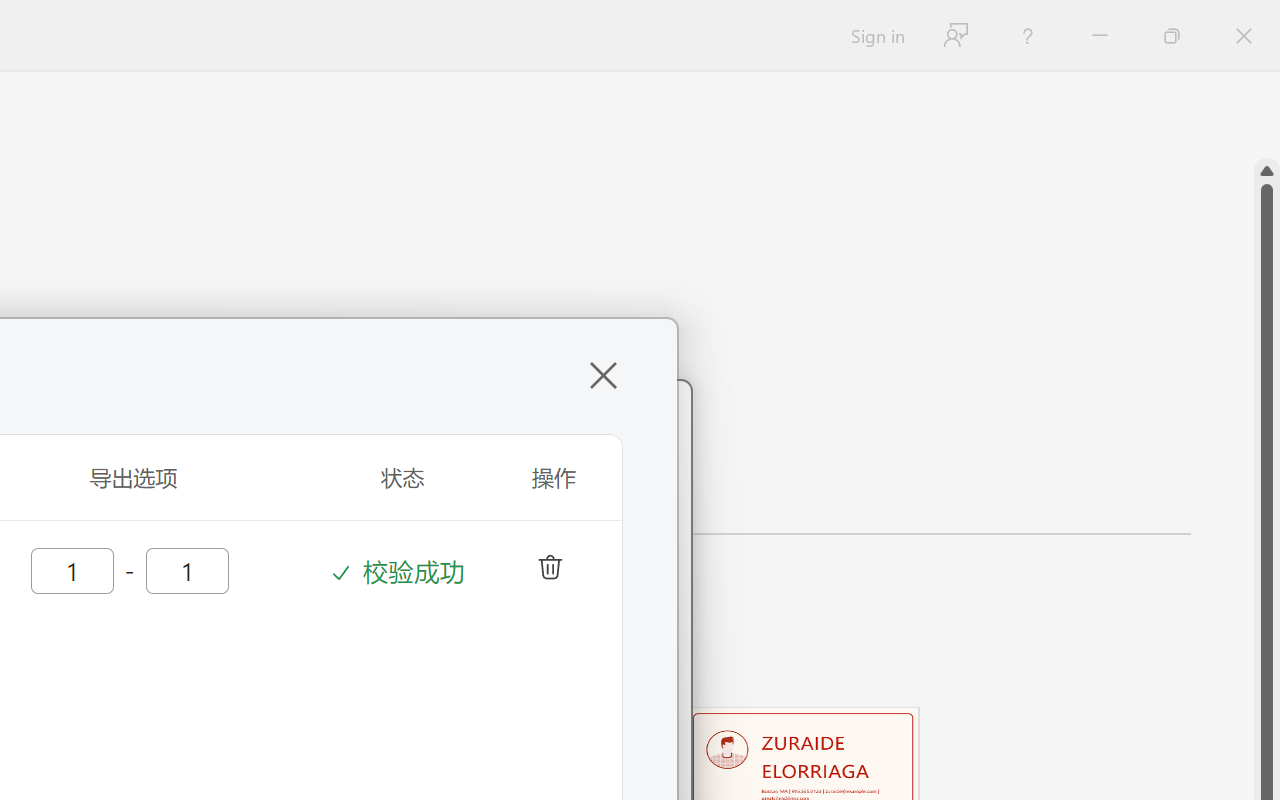 The image size is (1280, 800). Describe the element at coordinates (1266, 170) in the screenshot. I see `'Line up'` at that location.